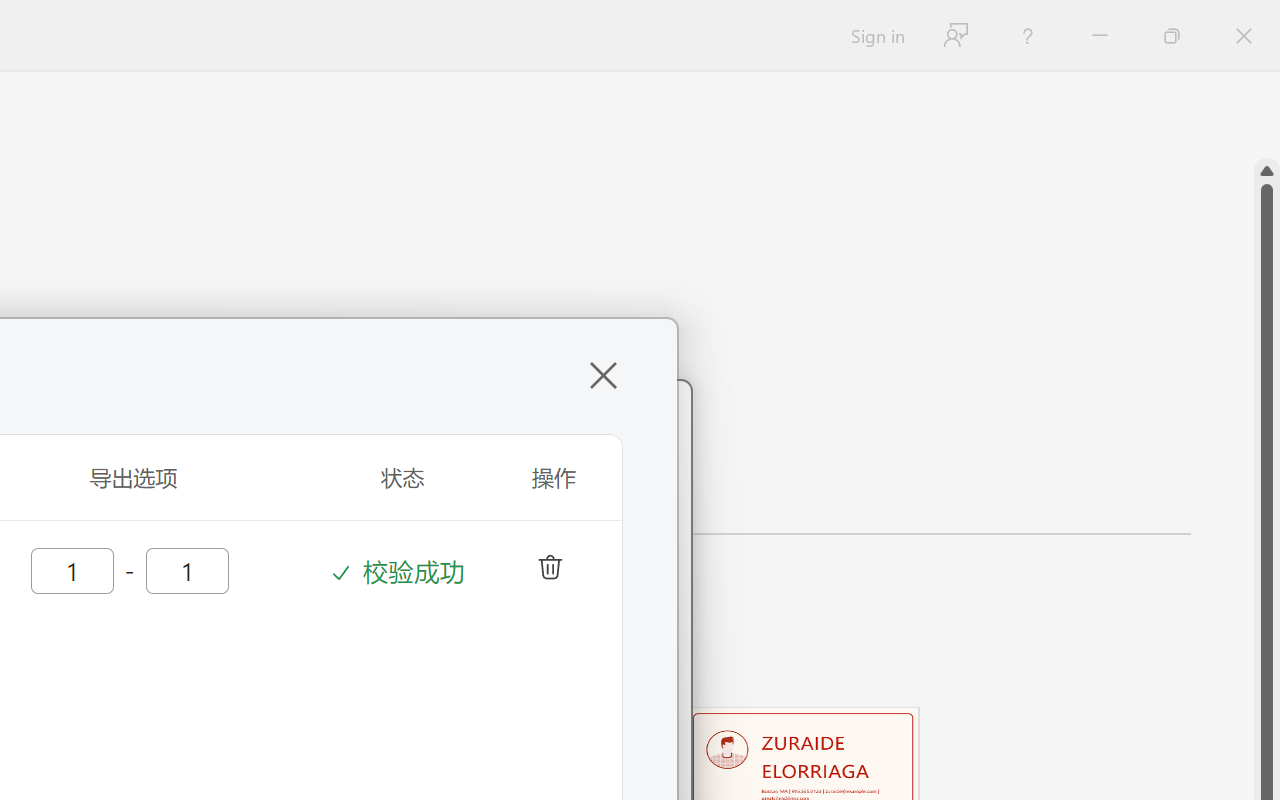 The image size is (1280, 800). Describe the element at coordinates (1266, 170) in the screenshot. I see `'Line up'` at that location.